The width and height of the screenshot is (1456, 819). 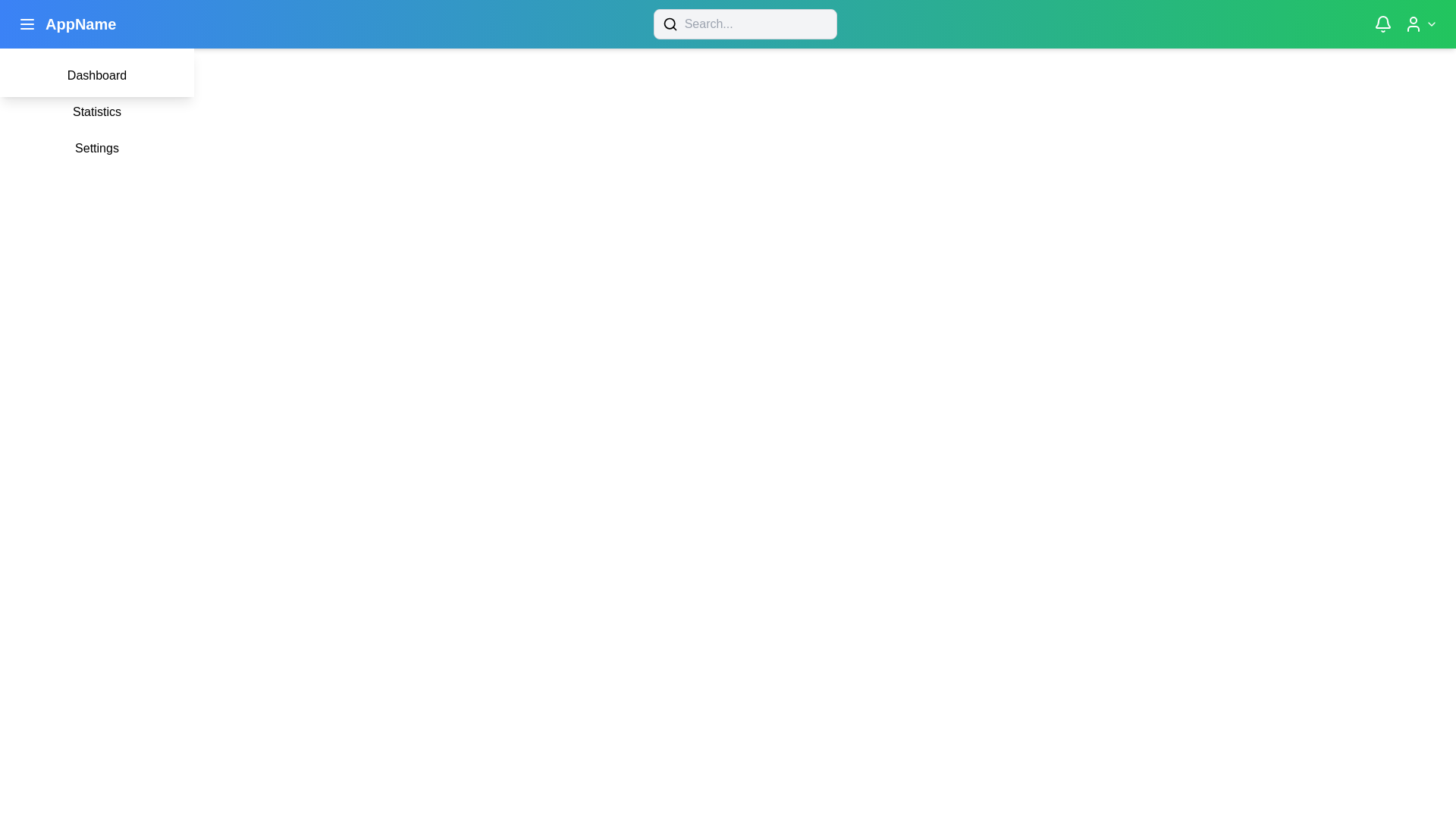 What do you see at coordinates (96, 111) in the screenshot?
I see `the 'Statistics' button, which is a rectangular button with a white background and black text, positioned below the 'Dashboard' button in a vertical list` at bounding box center [96, 111].